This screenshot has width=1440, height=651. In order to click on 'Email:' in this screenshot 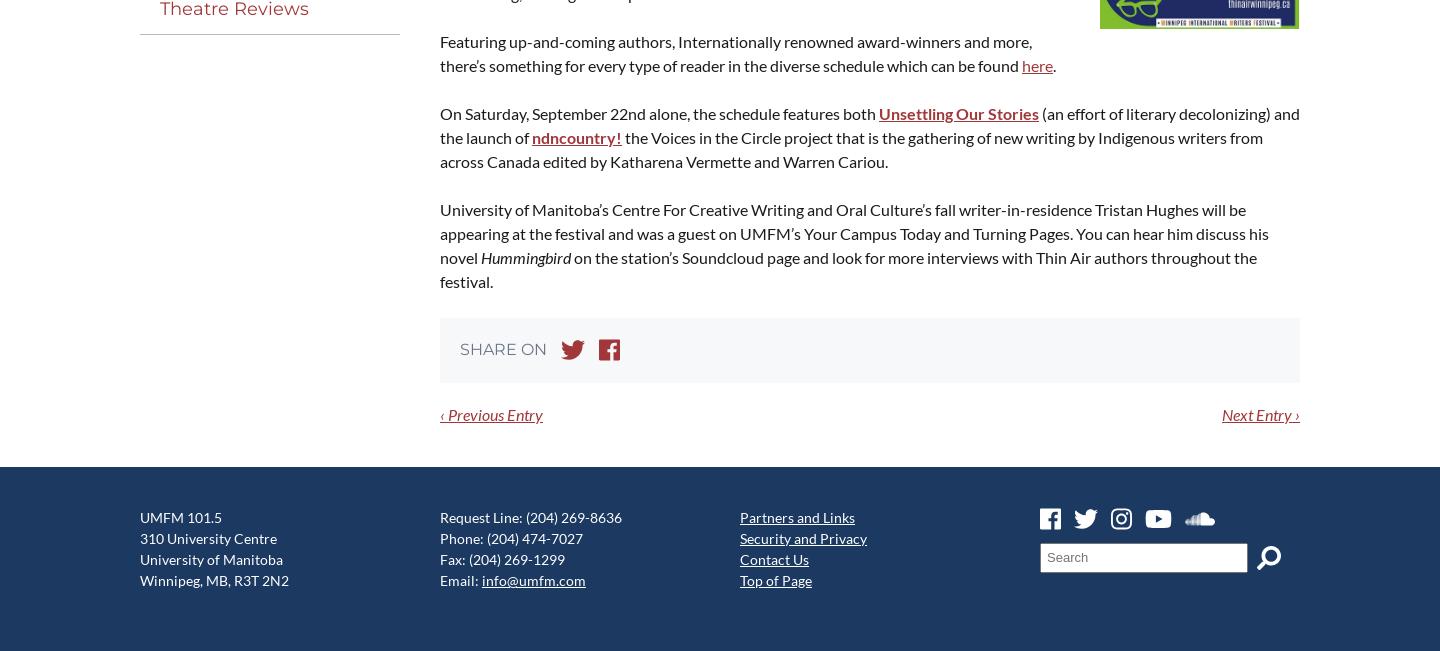, I will do `click(460, 579)`.